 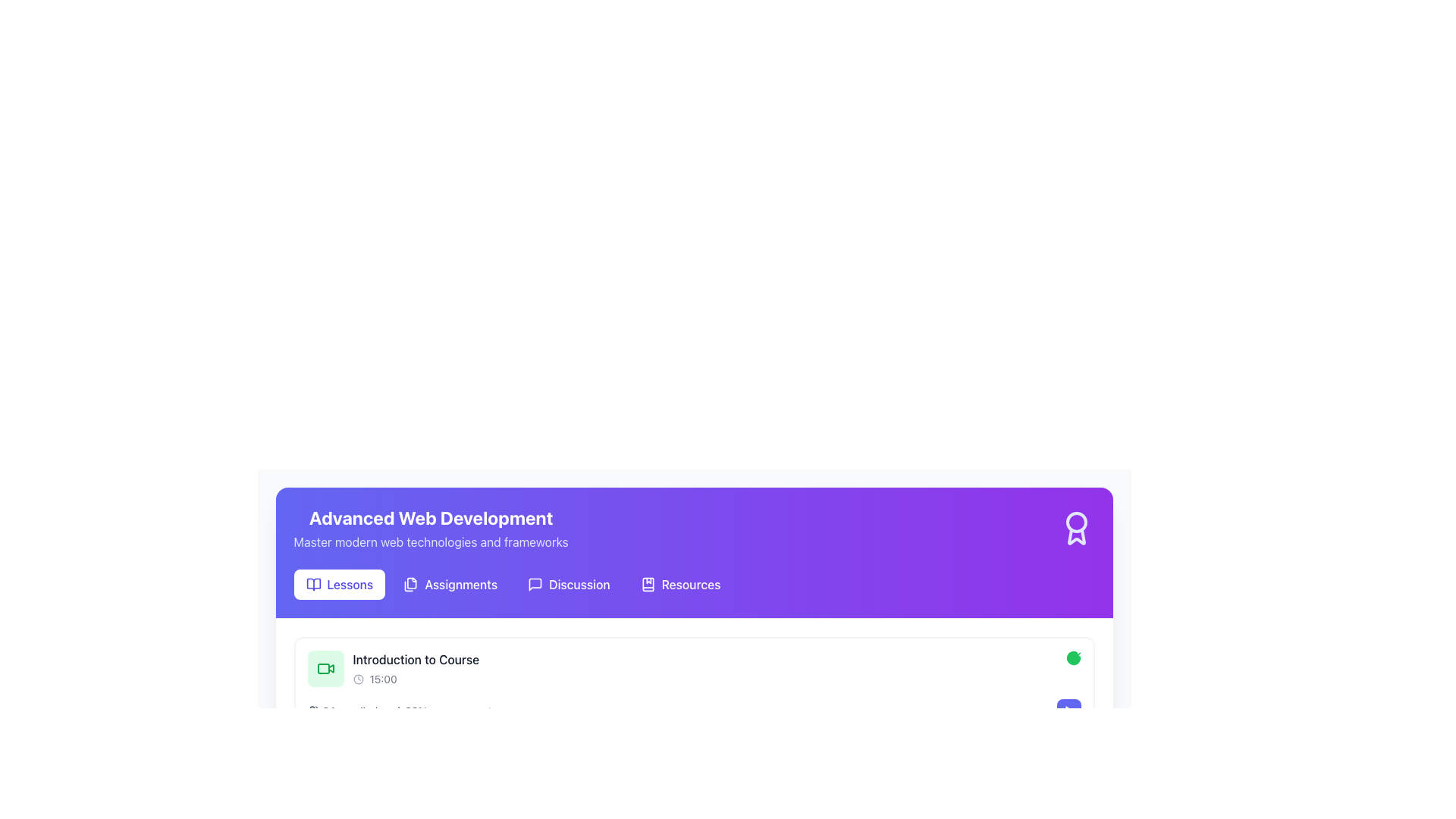 I want to click on text from the text block titled 'Advanced Web Development' with subtitle 'Master modern web technologies and frameworks.', located in the top-central portion of the interface within a purple banner area, so click(x=430, y=528).